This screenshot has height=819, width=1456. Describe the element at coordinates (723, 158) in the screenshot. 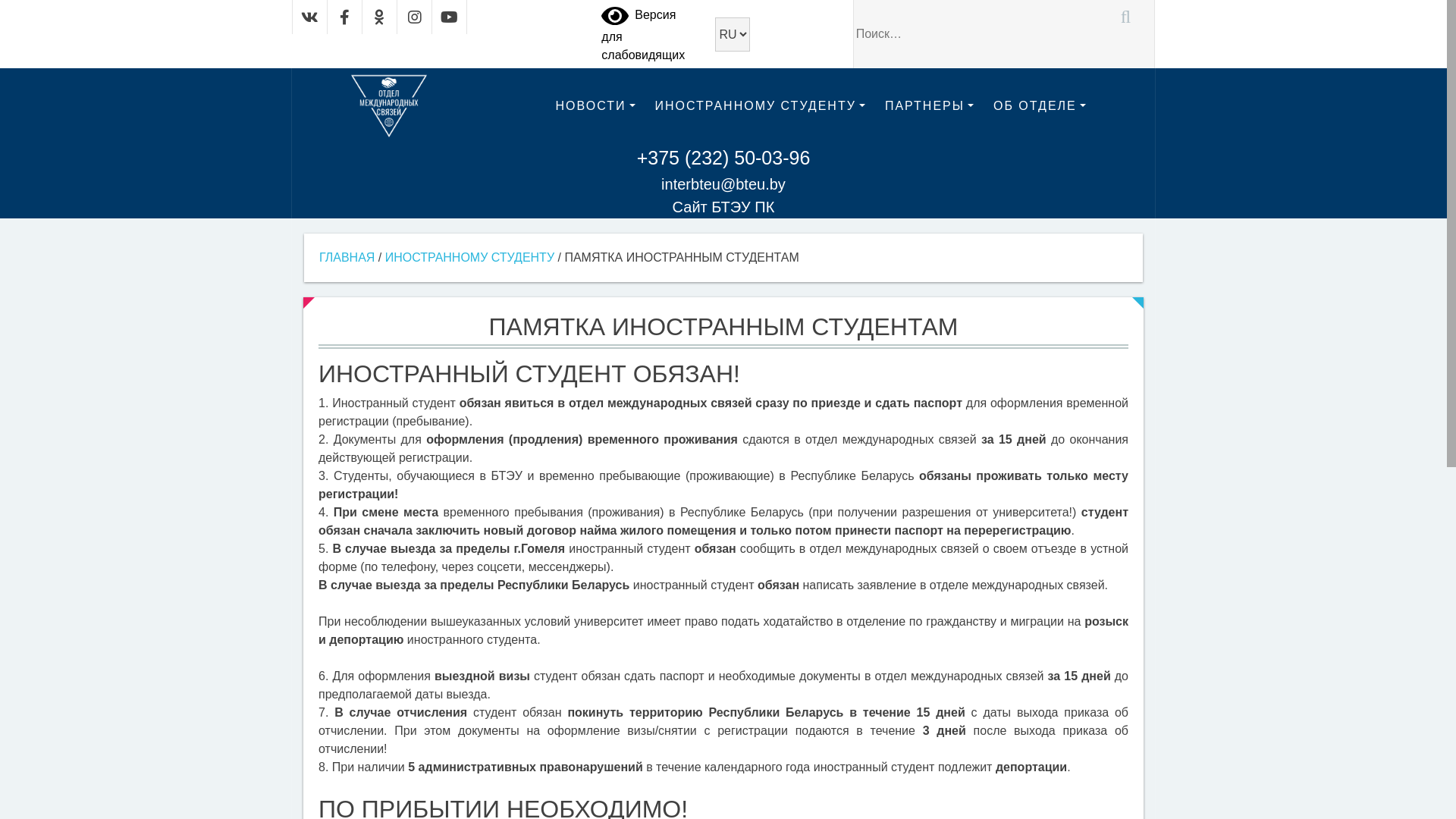

I see `'+375 (232) 50-03-96'` at that location.